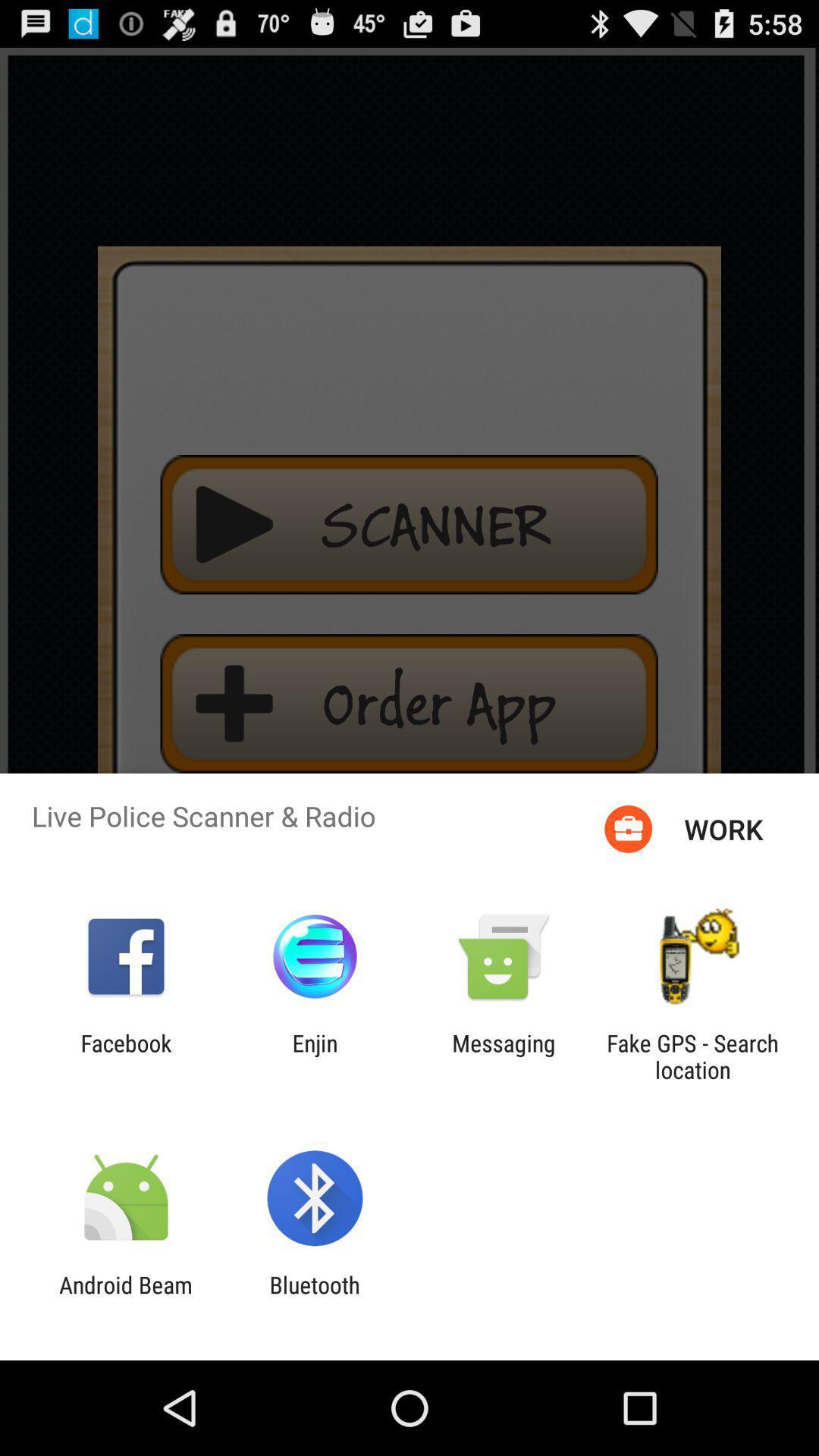  Describe the element at coordinates (125, 1298) in the screenshot. I see `the android beam item` at that location.